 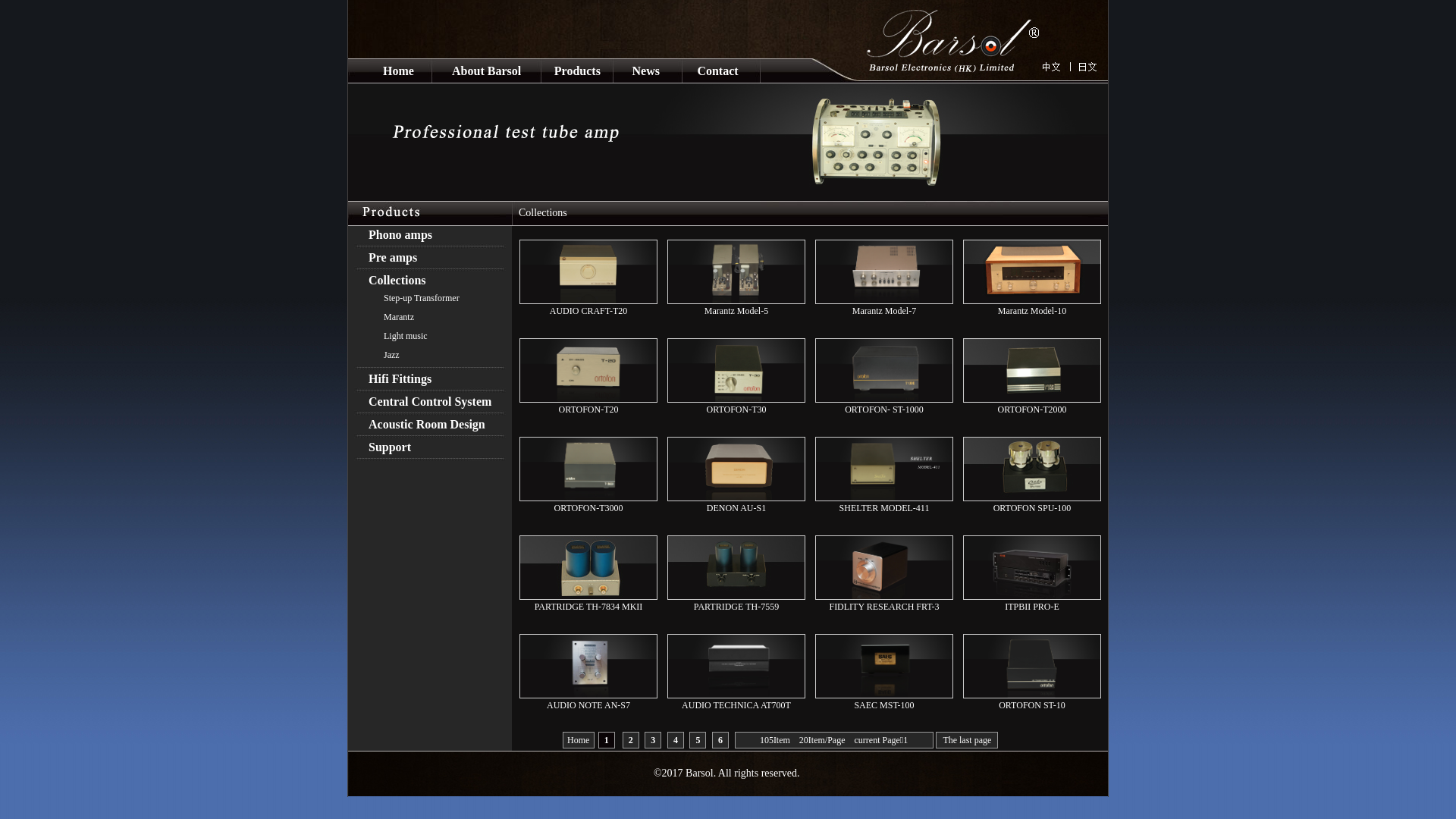 What do you see at coordinates (588, 605) in the screenshot?
I see `'PARTRIDGE TH-7834 MKII'` at bounding box center [588, 605].